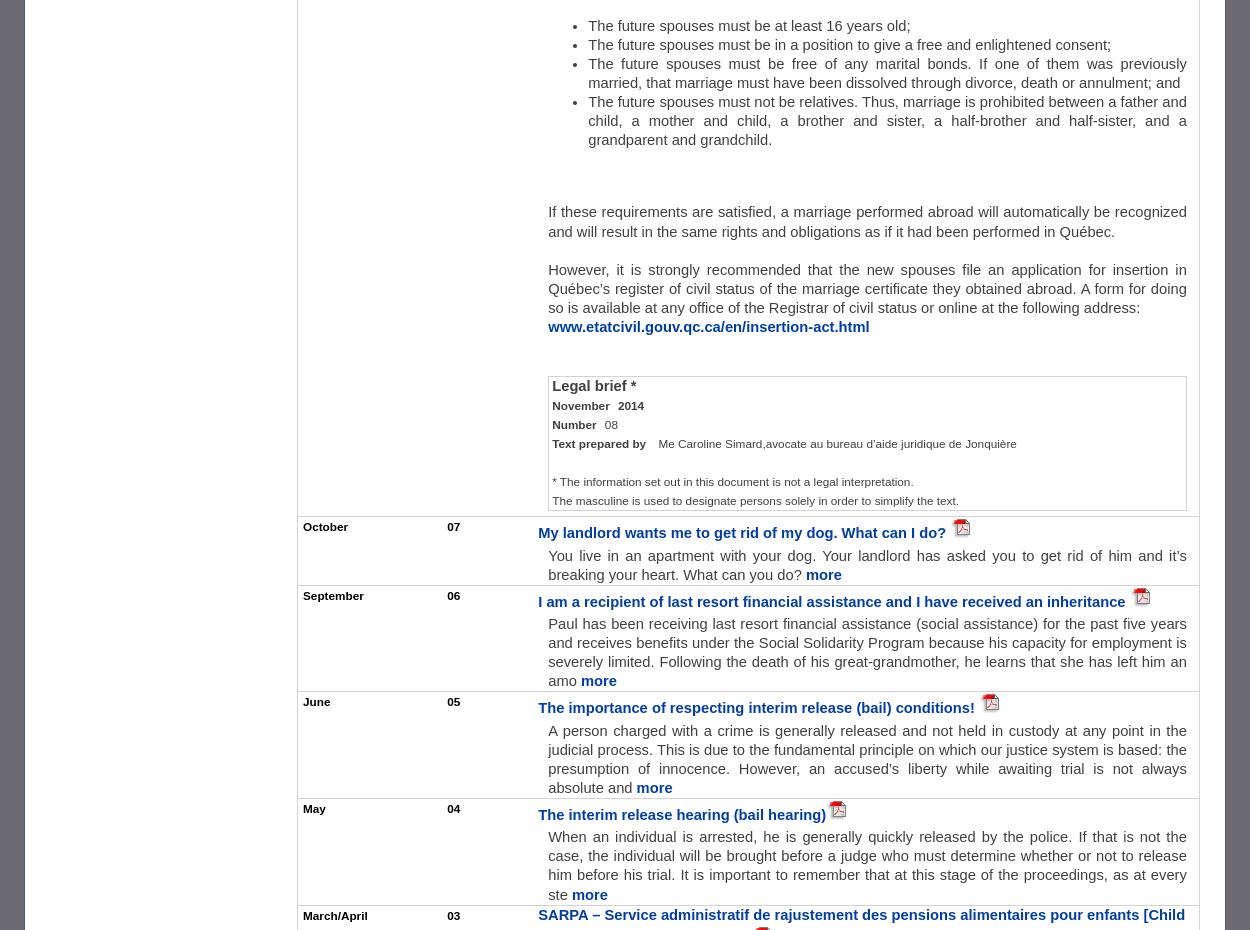 The width and height of the screenshot is (1250, 930). Describe the element at coordinates (315, 701) in the screenshot. I see `'June'` at that location.